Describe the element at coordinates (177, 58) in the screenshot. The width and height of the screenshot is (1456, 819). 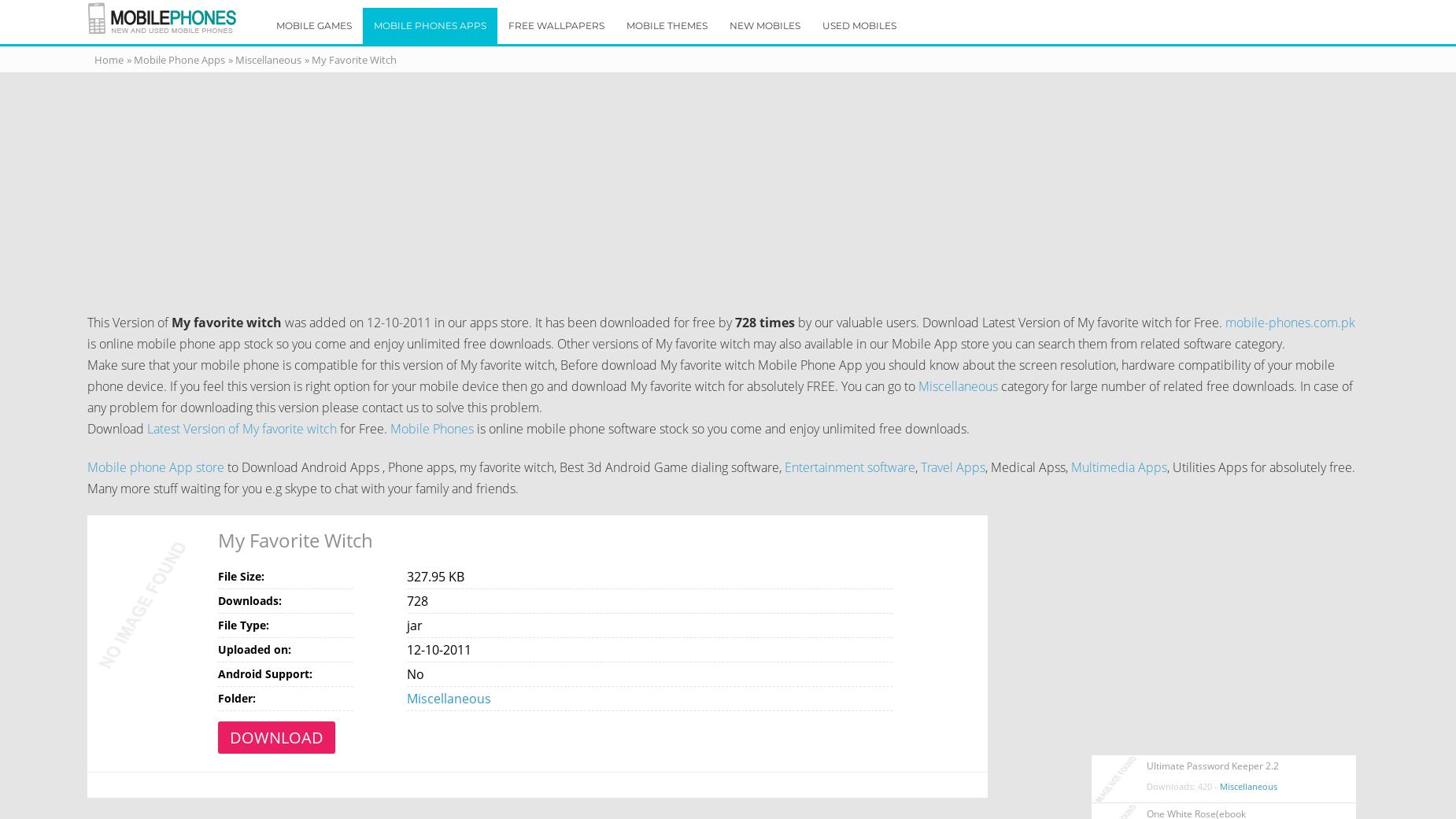
I see `'Mobile Phone Apps'` at that location.